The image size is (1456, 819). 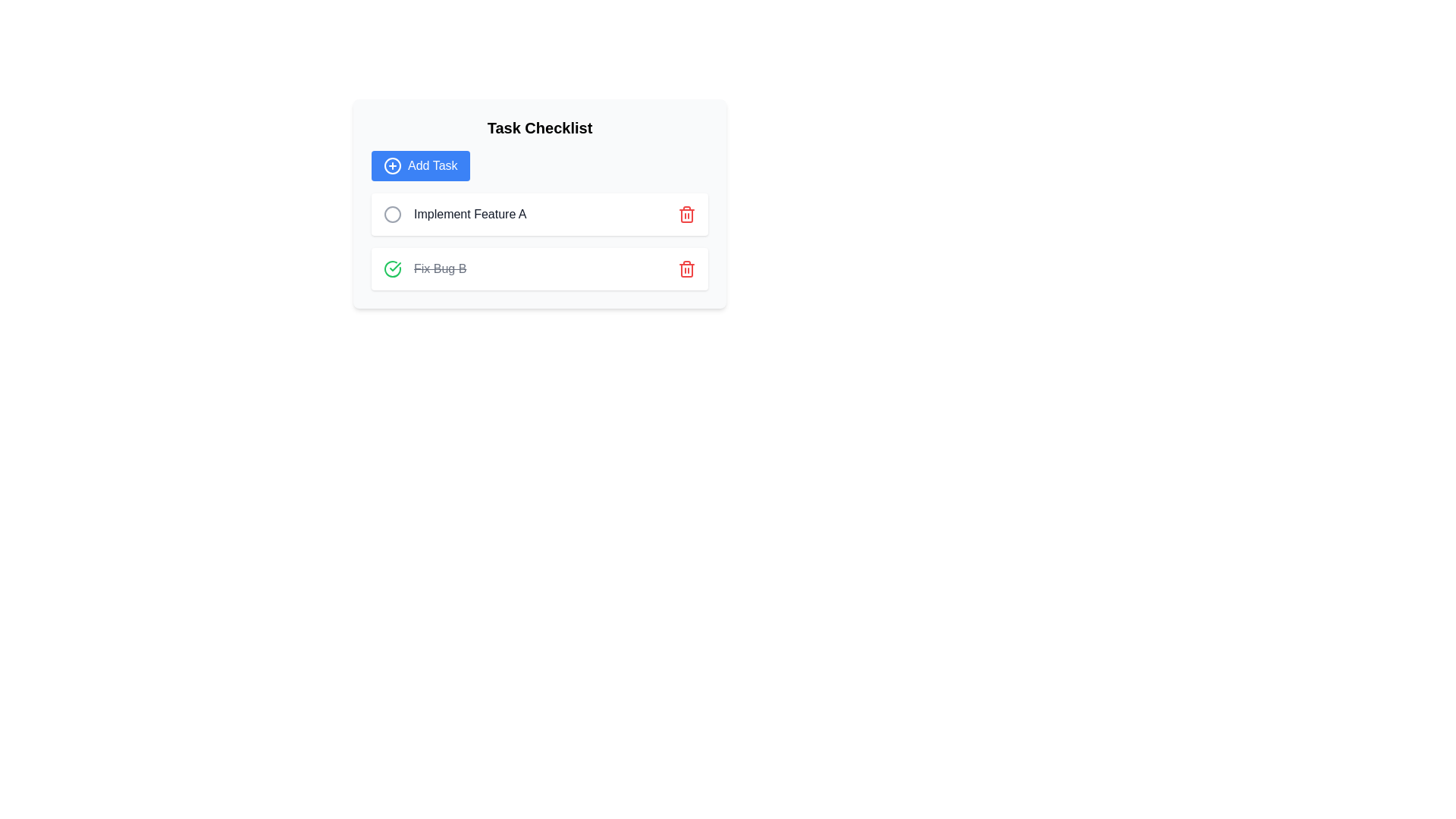 What do you see at coordinates (393, 214) in the screenshot?
I see `the small circular icon with a thin border and light gray color, which is the first icon to the left of the 'Implement Feature A' text in the task list` at bounding box center [393, 214].